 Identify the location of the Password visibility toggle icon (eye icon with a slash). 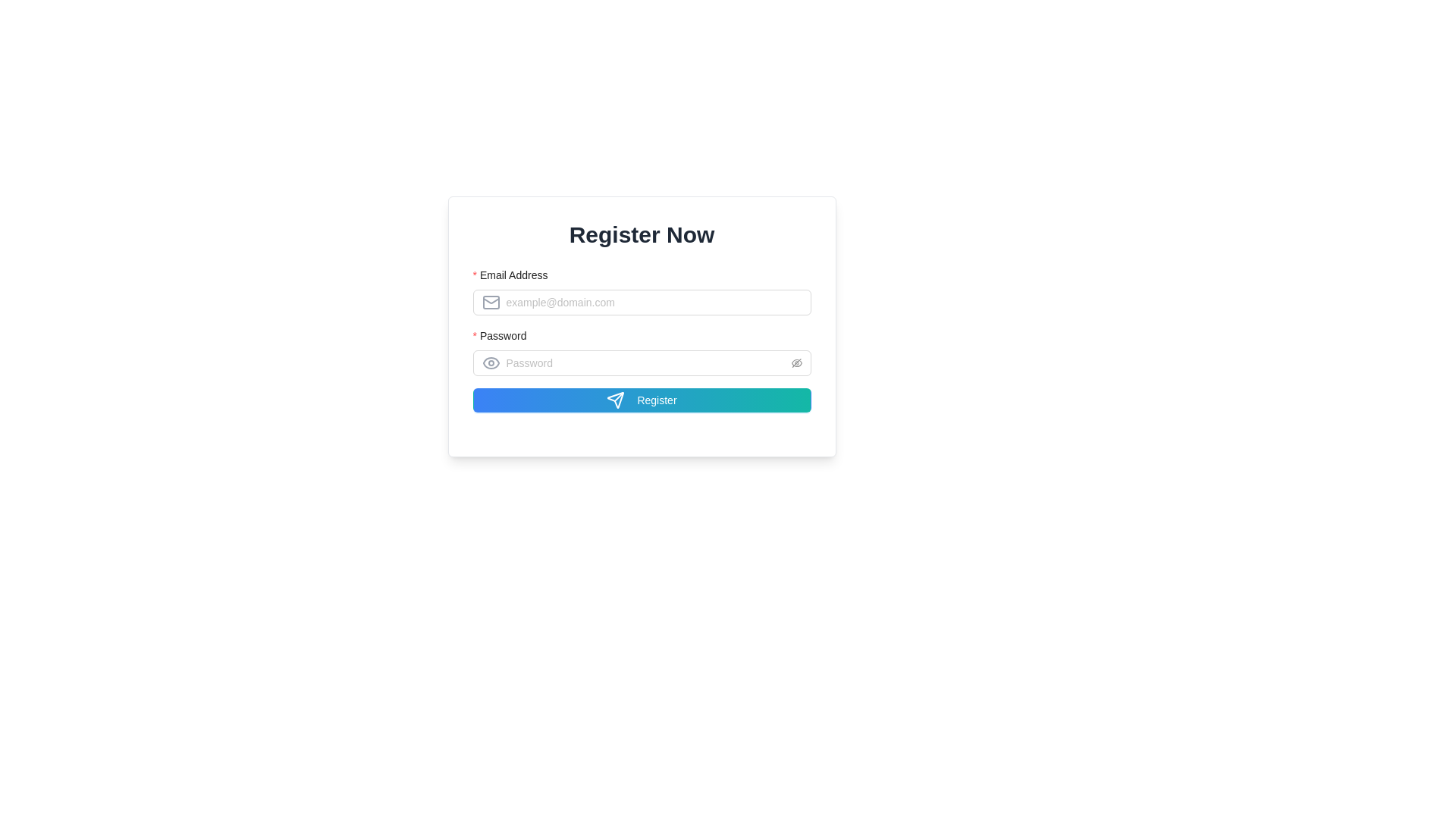
(795, 362).